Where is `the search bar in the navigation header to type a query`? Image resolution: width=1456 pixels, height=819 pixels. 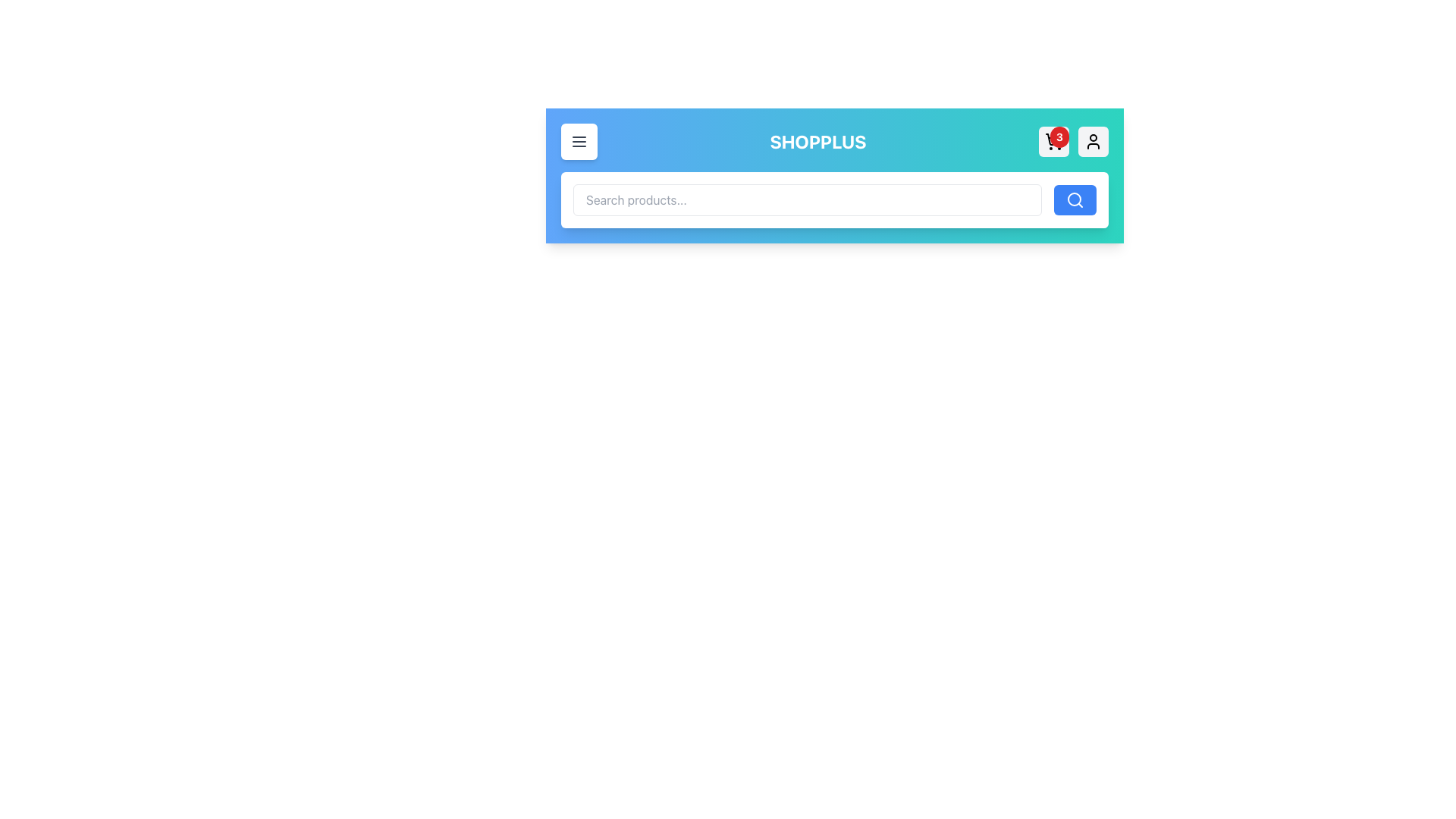 the search bar in the navigation header to type a query is located at coordinates (833, 174).